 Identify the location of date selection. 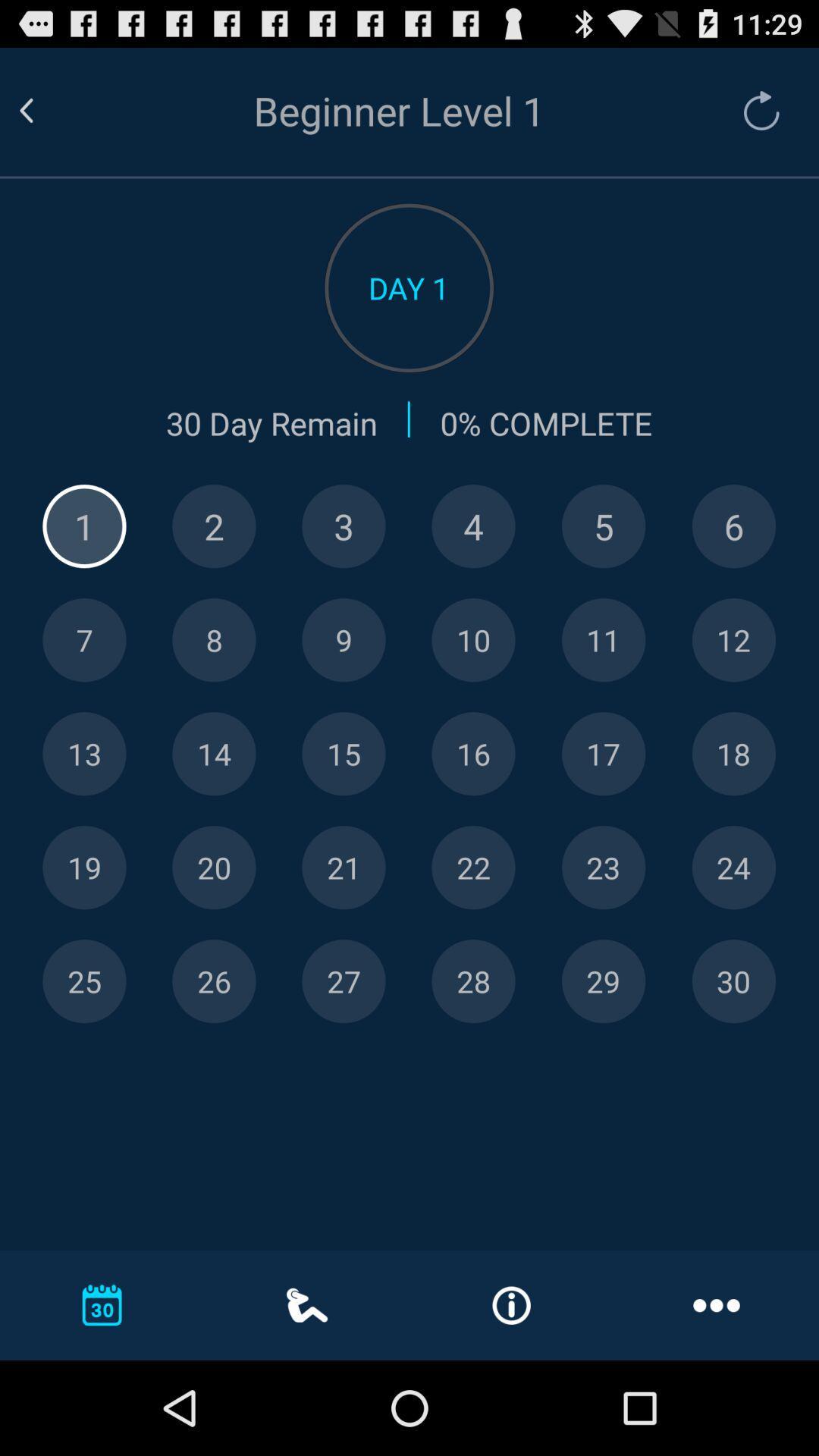
(344, 754).